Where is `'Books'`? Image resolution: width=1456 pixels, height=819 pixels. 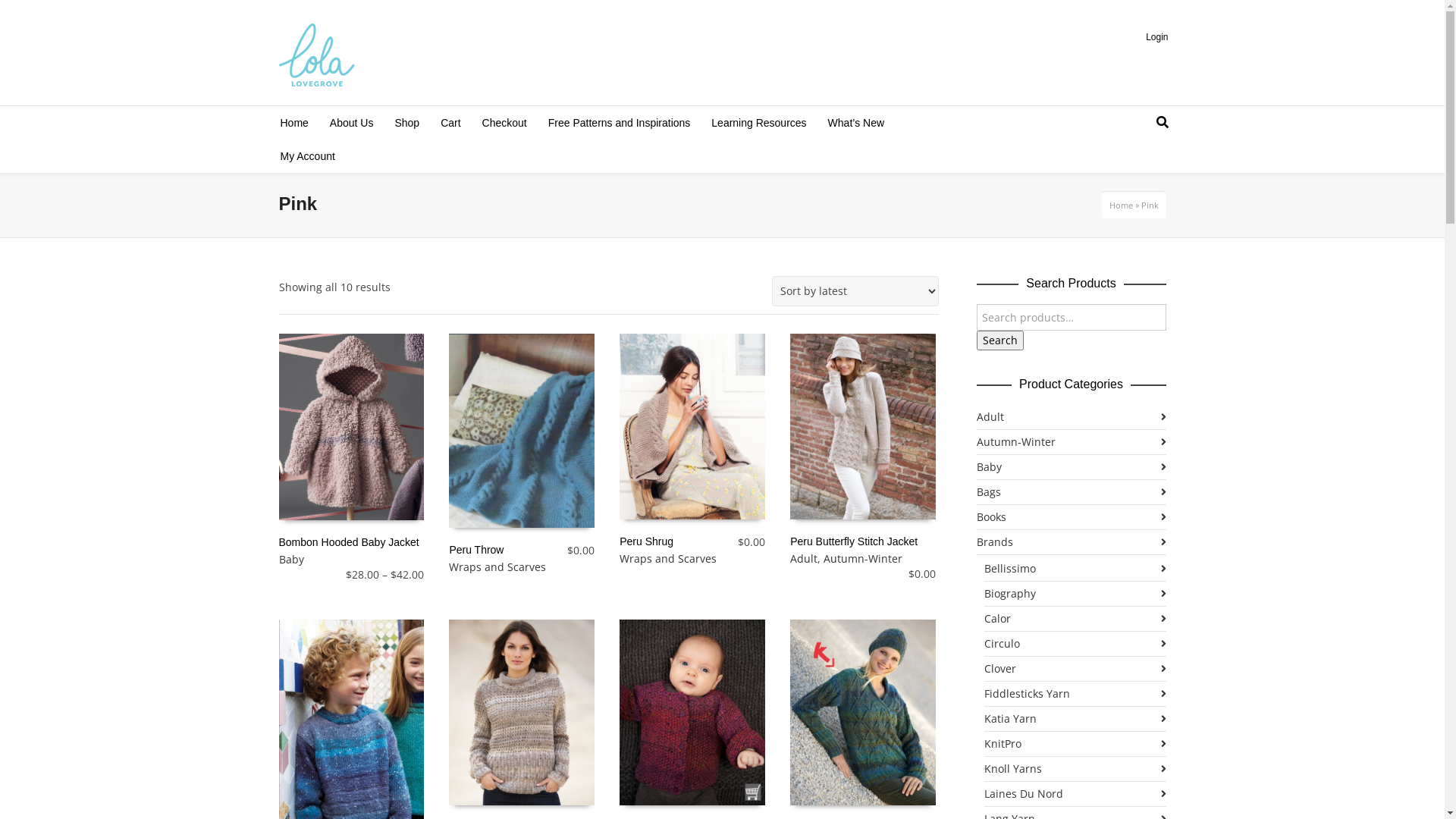
'Books' is located at coordinates (1070, 516).